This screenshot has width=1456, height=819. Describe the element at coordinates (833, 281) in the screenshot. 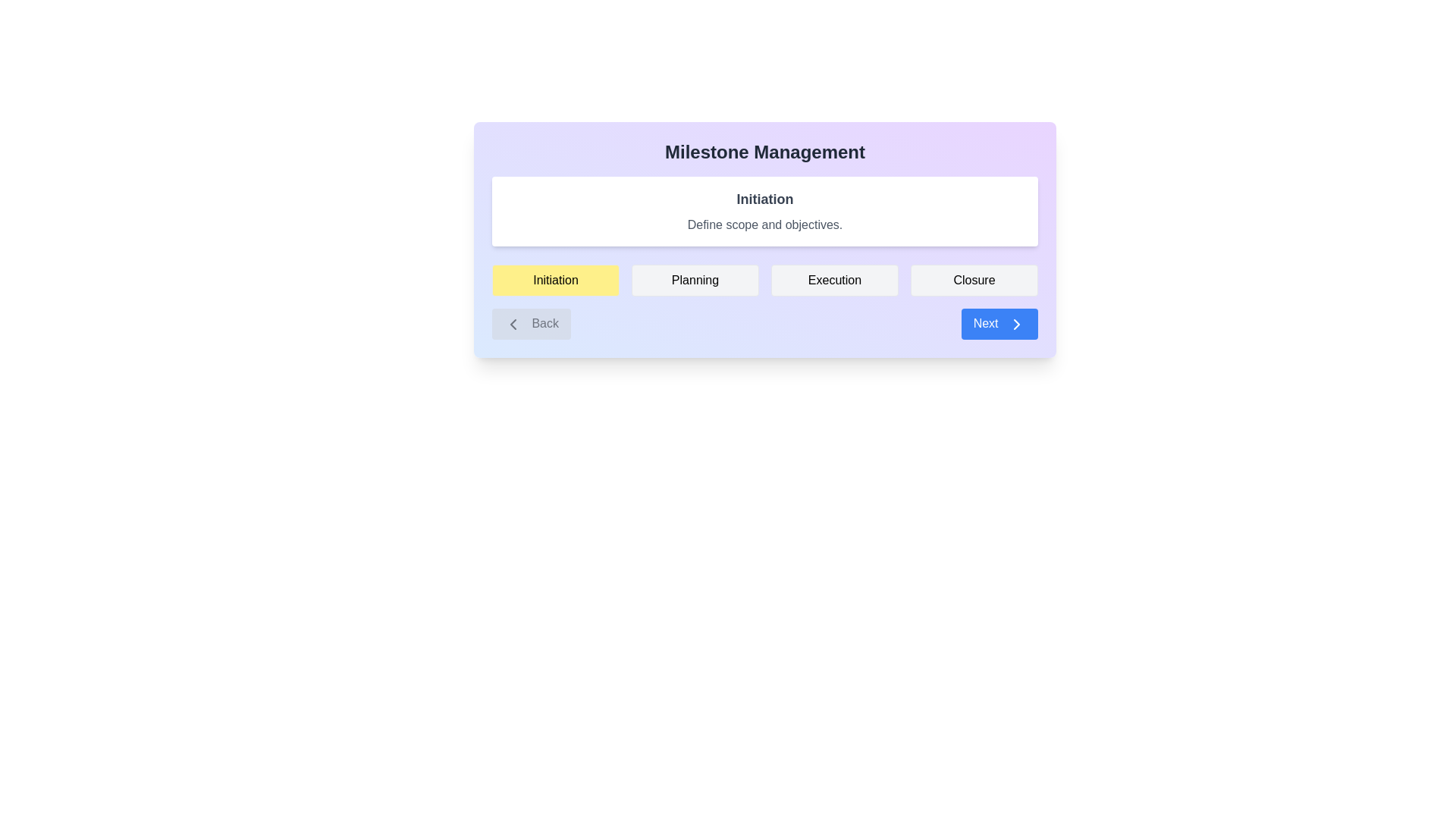

I see `the 'Execution' text label indicating the phase of a milestone management process, which is located between the 'Planning' and 'Closure' containers under the 'Initiation' heading` at that location.